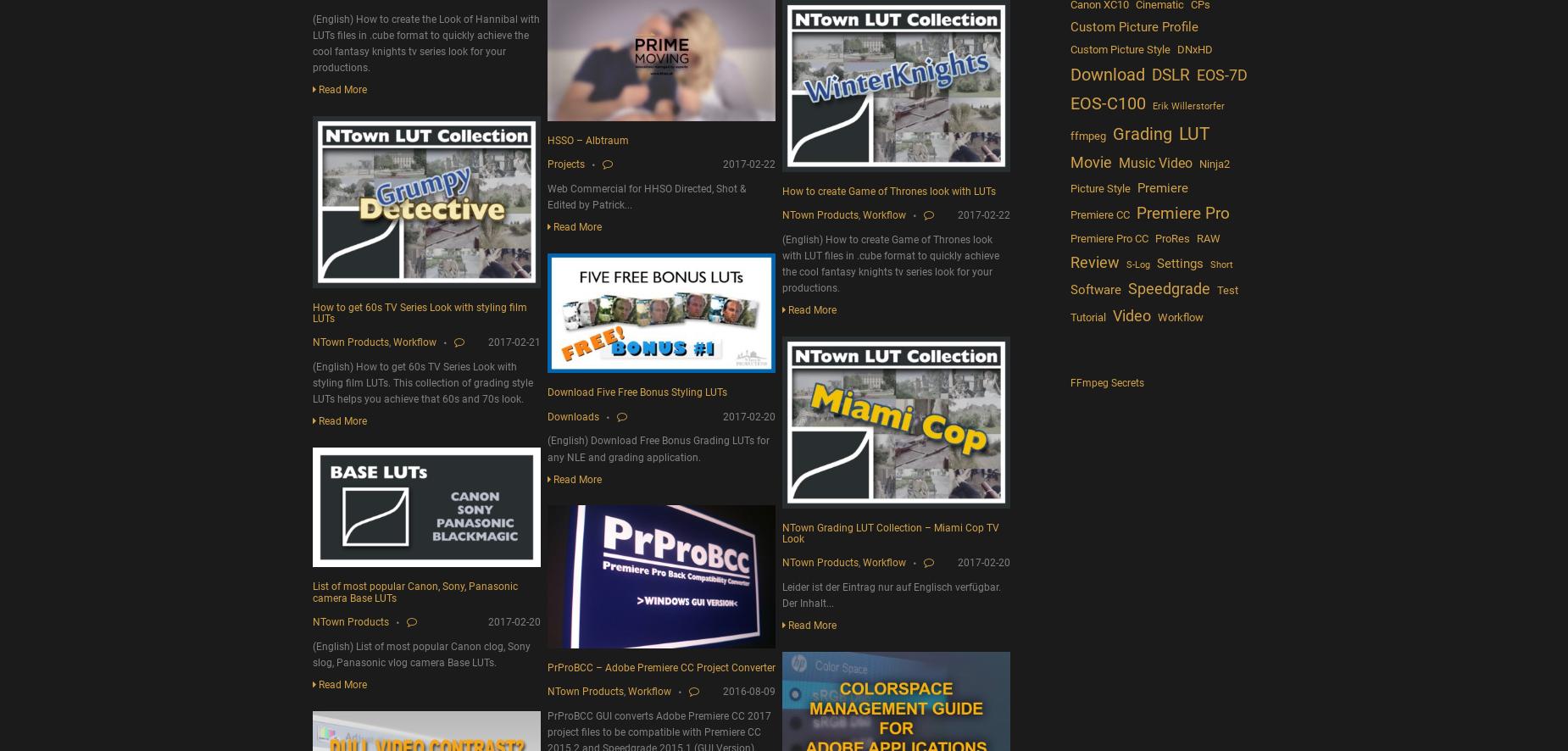  I want to click on '(English) List of most popular Canon clog, Sony slog, Panasonic vlog camera Base LUTs.', so click(421, 653).